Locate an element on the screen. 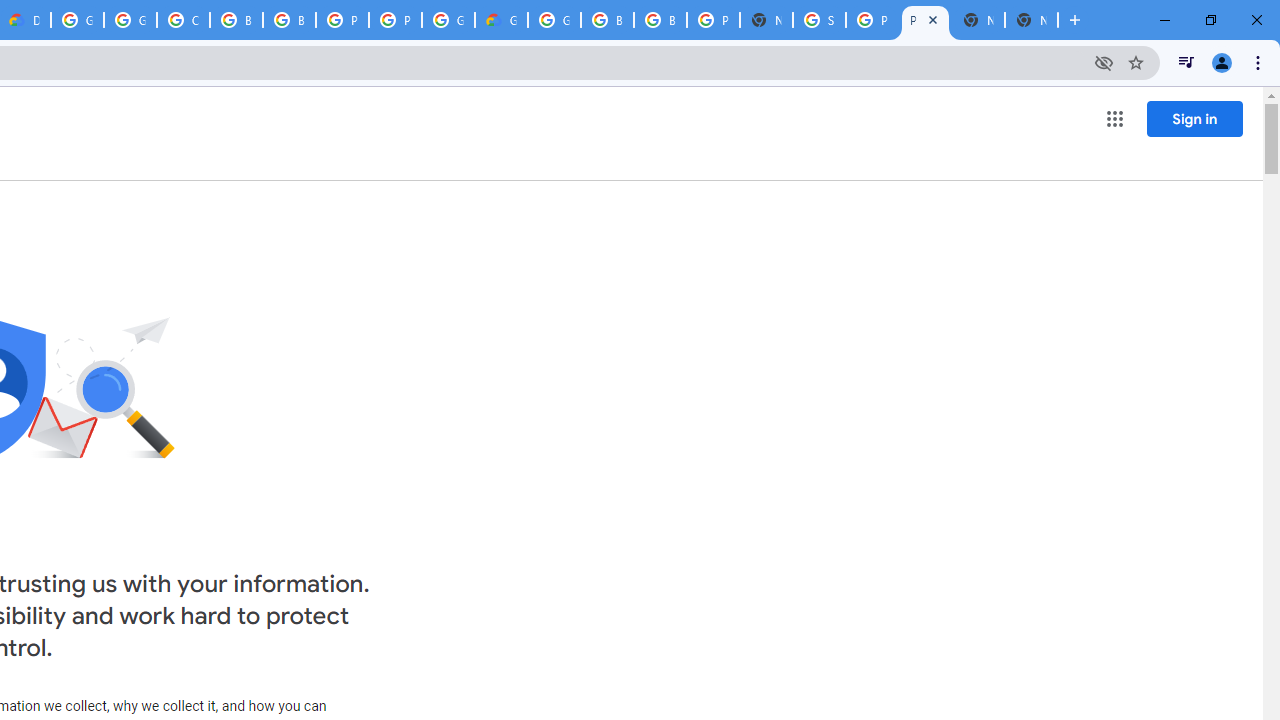 This screenshot has height=720, width=1280. 'Sign in - Google Accounts' is located at coordinates (819, 20).